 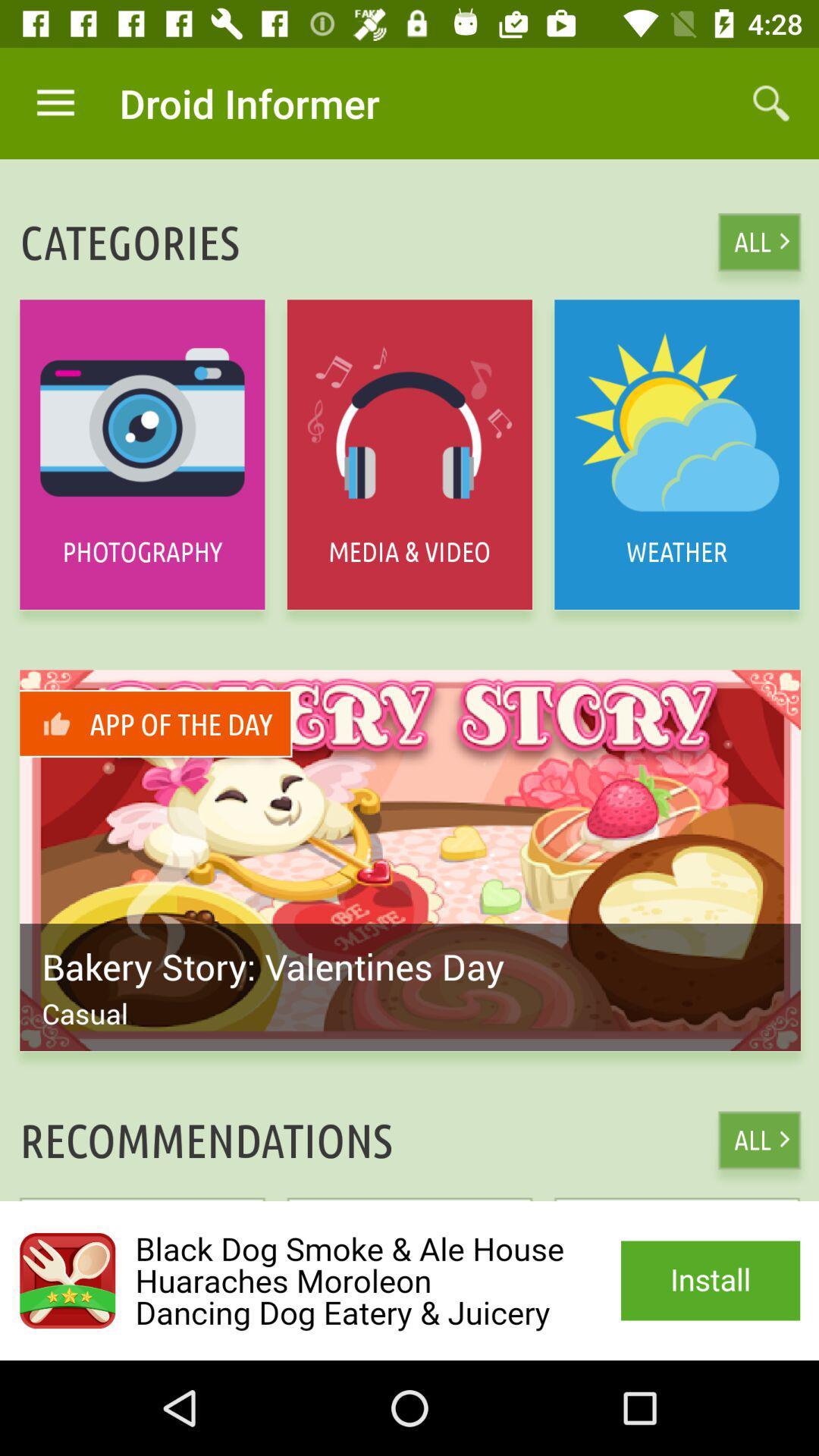 I want to click on advertisement, so click(x=409, y=1280).